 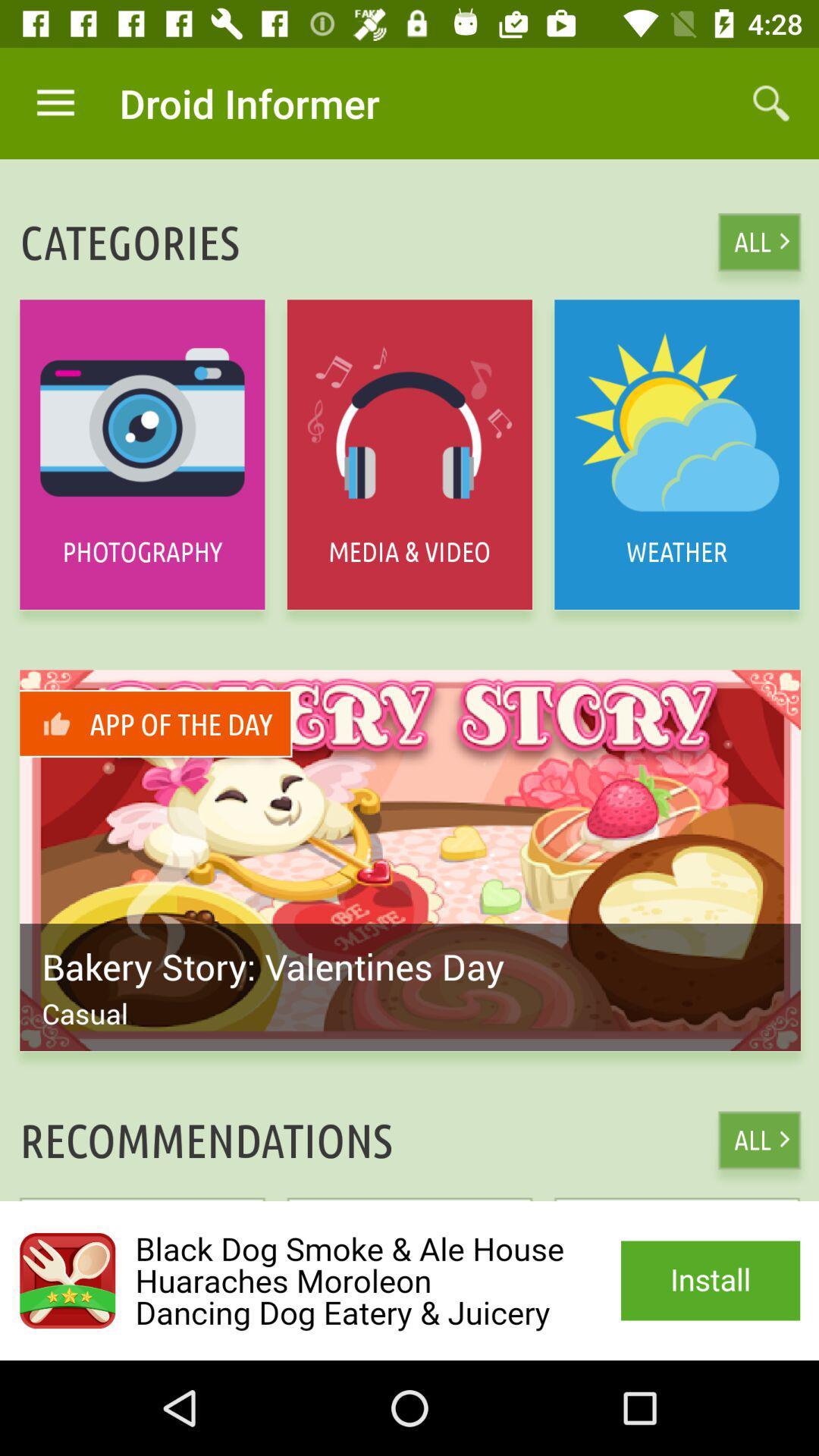 I want to click on advertisement, so click(x=409, y=1280).